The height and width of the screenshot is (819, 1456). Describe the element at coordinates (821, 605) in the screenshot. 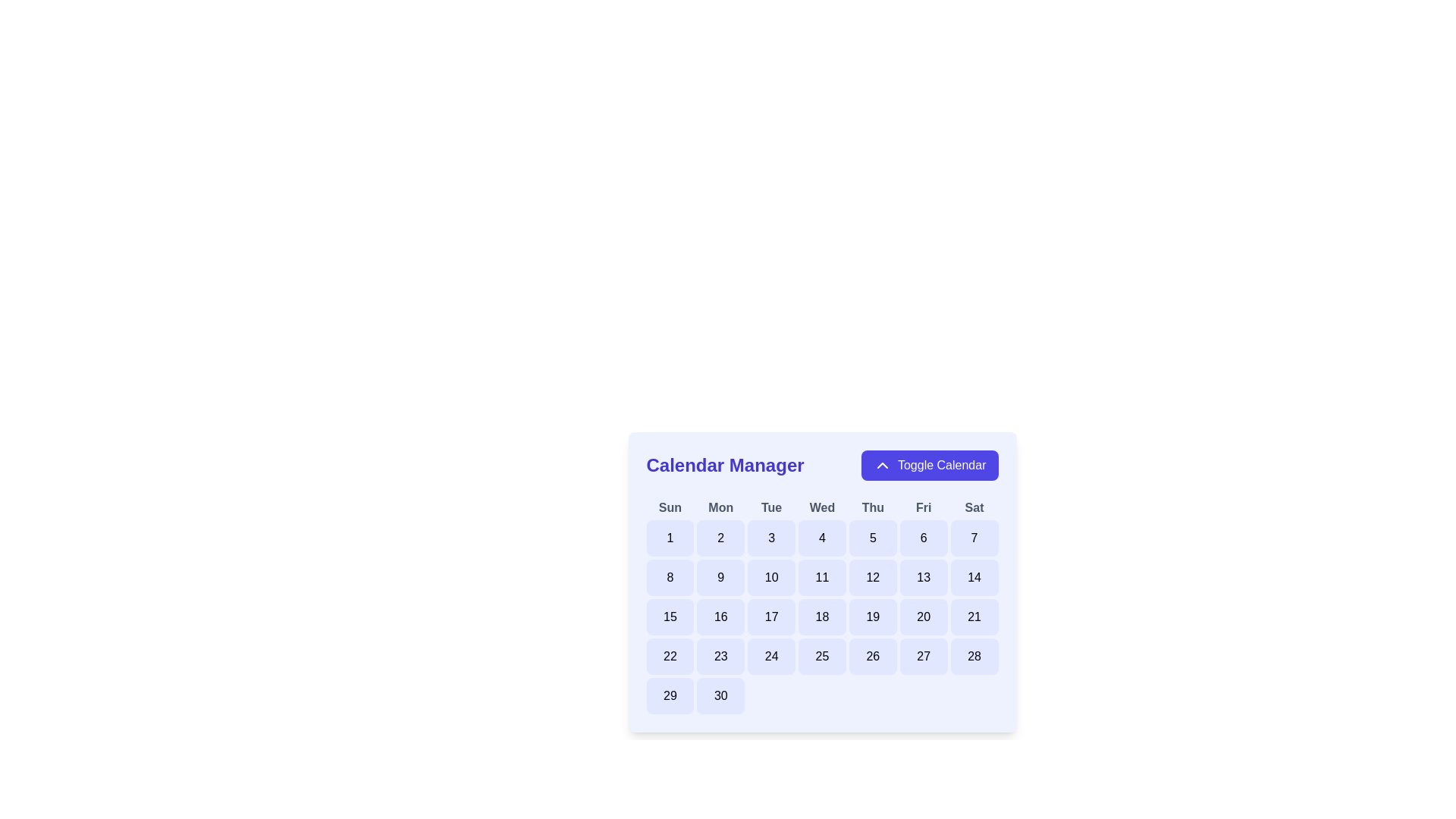

I see `a specific date in the calendar grid, which features a light background and indigo highlights, located at the center of the interface below the 'Calendar Manager' title and 'Toggle Calendar' button` at that location.